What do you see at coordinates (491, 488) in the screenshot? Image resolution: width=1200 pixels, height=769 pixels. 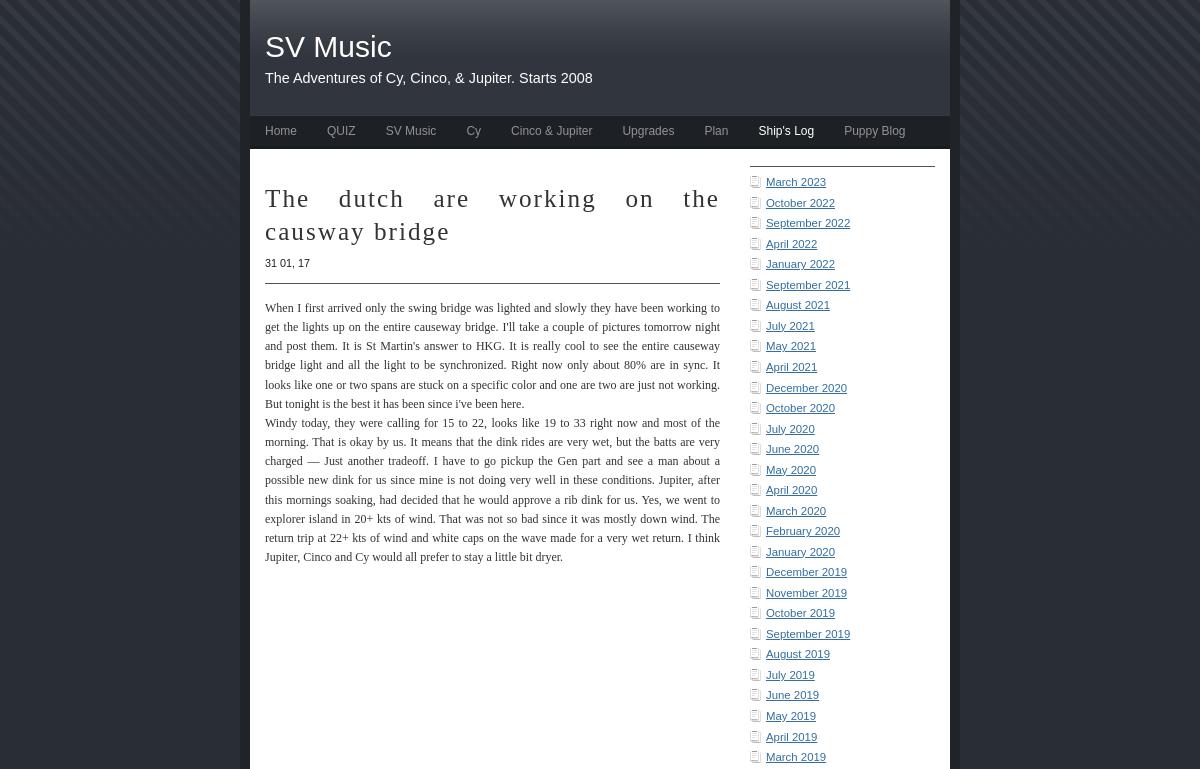 I see `'Windy today, they were calling for 15 to 22, looks like 19 to 33 right now and most of the morning.  That is okay by us.  It means that the dink rides are very wet, but the batts are very charged — Just another tradeoff.   I have to go pickup the Gen part and see a man about a possible new dink for us since mine is not doing very well in these conditions.   Jupiter, after this mornings soaking, had decided that he would approve a rib dink for us.  Yes, we went to explorer island in 20+ kts of wind.   That was not so bad since it was mostly down wind.   The return trip at 22+ kts of wind and white caps on the wave made for a very wet return.  I think Jupiter, Cinco and Cy would all prefer to stay a little bit dryer.'` at bounding box center [491, 488].